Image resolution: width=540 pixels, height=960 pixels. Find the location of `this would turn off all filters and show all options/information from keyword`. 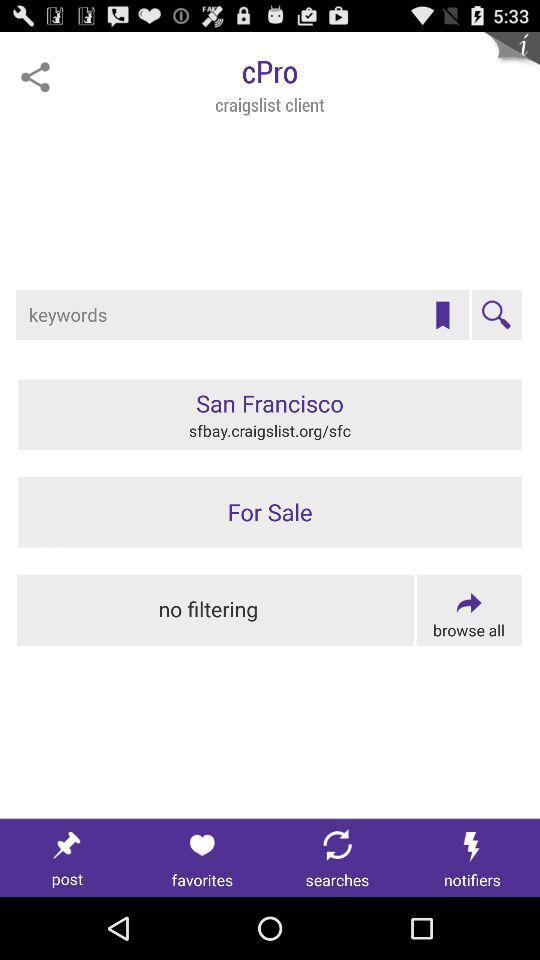

this would turn off all filters and show all options/information from keyword is located at coordinates (214, 609).